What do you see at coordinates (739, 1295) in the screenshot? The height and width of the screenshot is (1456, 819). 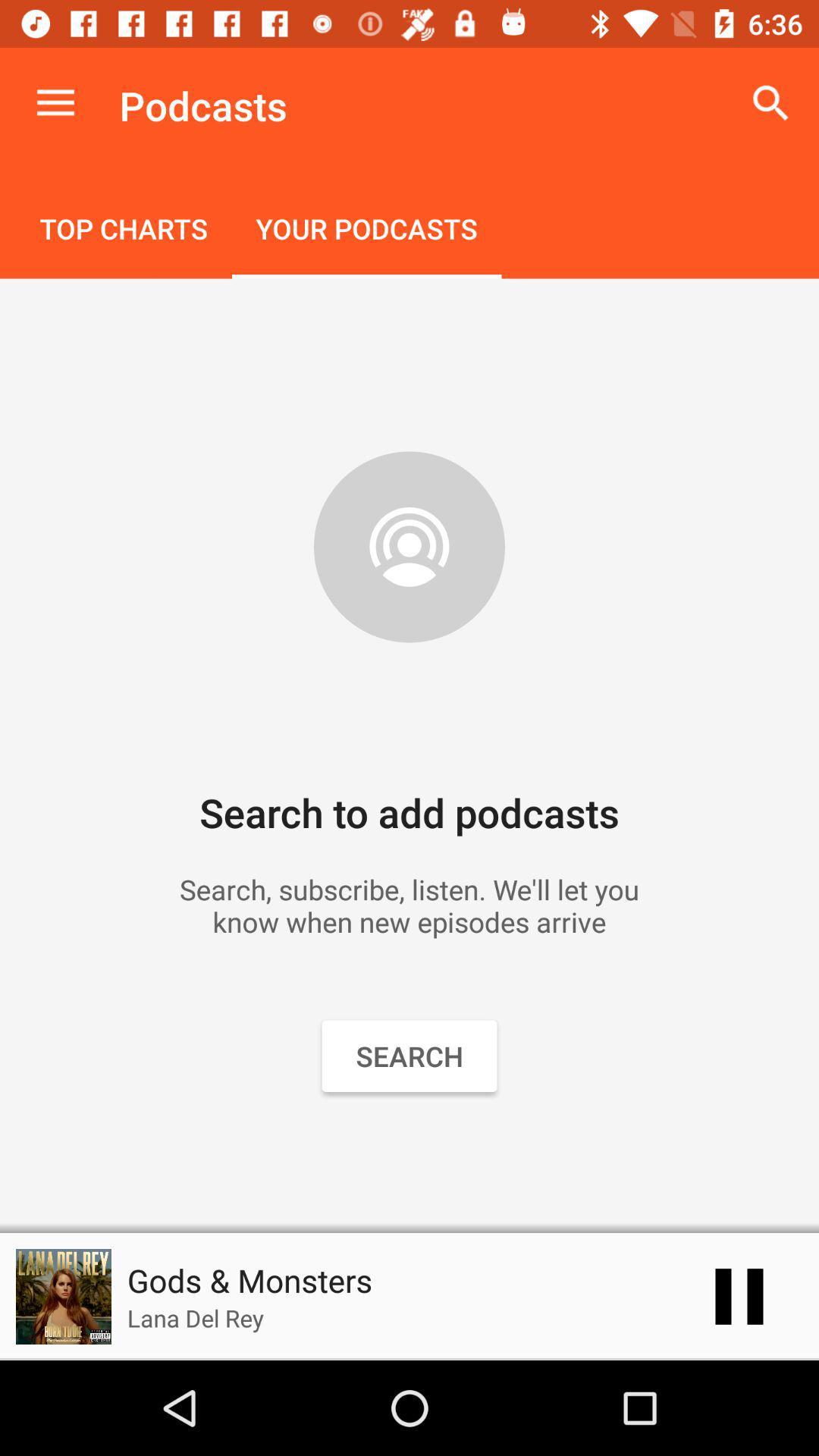 I see `the pause icon` at bounding box center [739, 1295].